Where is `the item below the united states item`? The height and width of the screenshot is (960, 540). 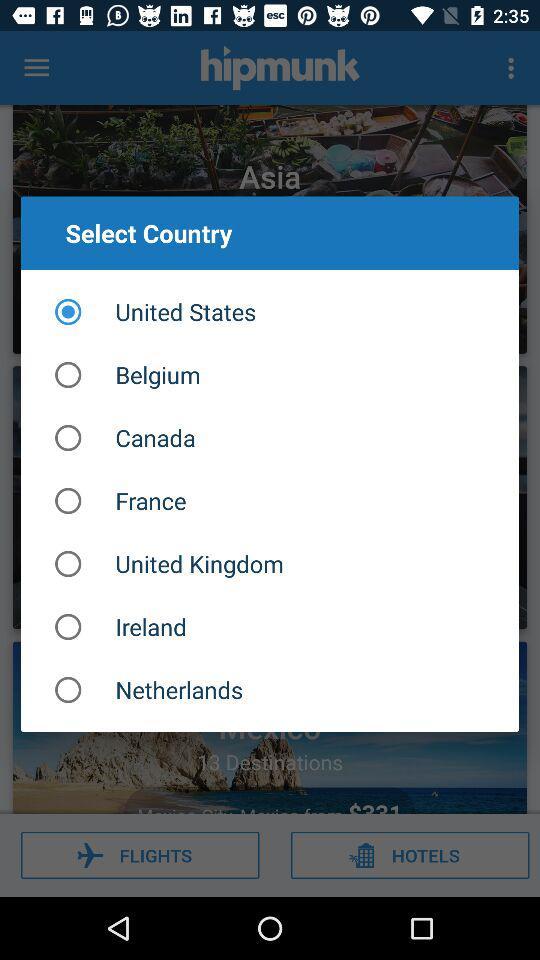 the item below the united states item is located at coordinates (270, 373).